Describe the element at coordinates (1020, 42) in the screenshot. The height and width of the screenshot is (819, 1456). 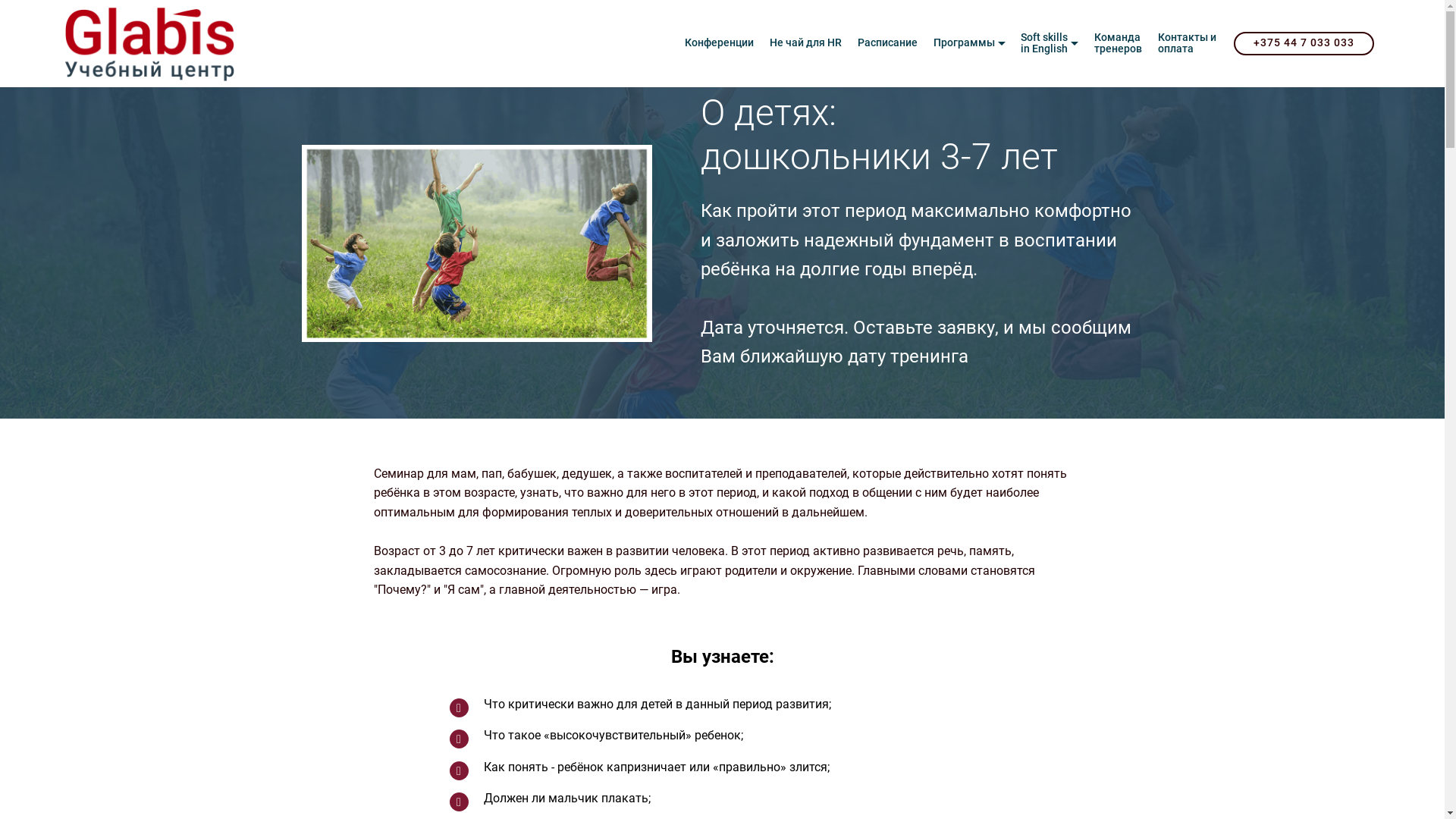
I see `'Soft skills` at that location.